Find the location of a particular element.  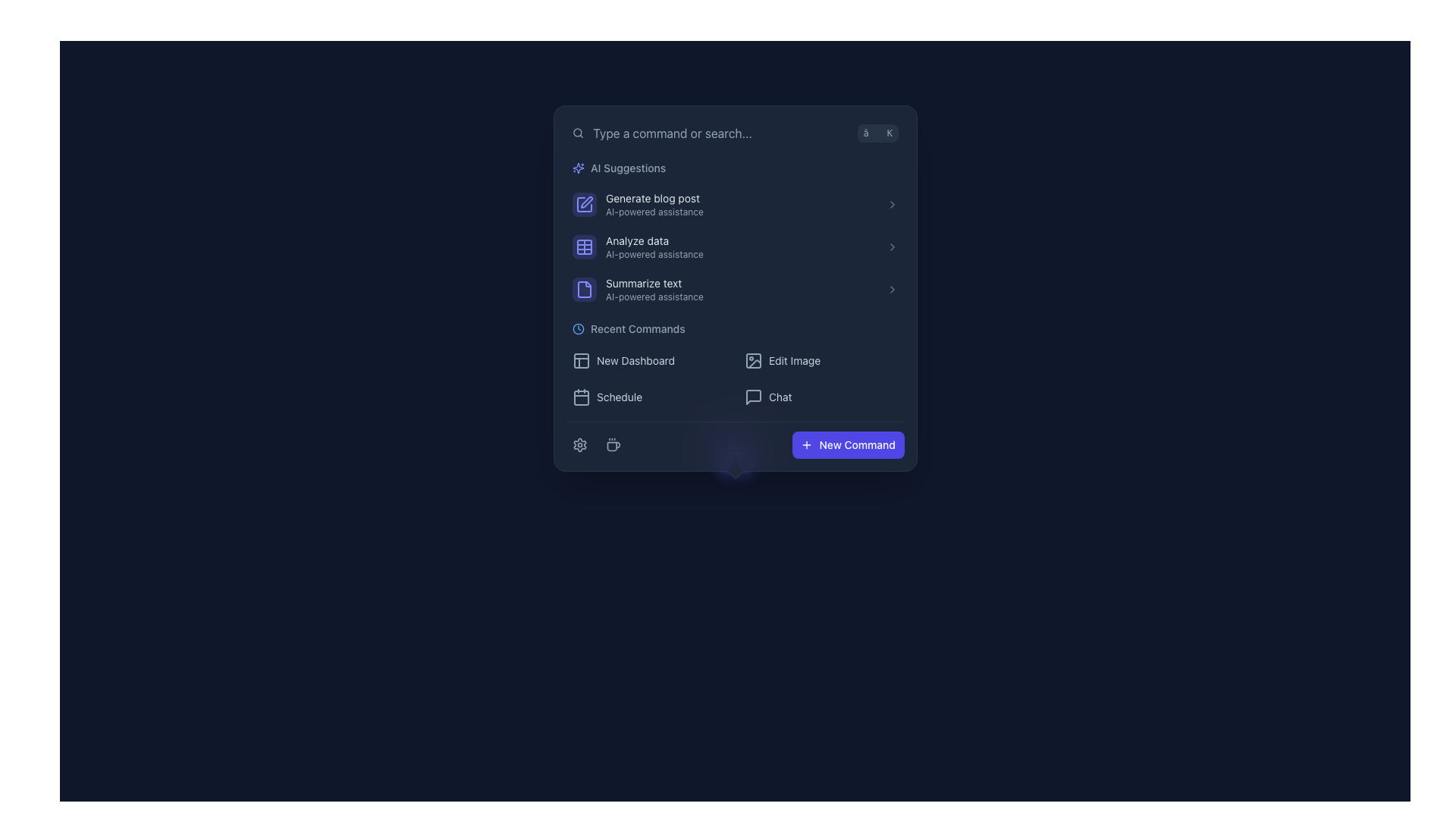

the coffee cup icon with steam lines, which is the second-to-last item in the bottom toolbar of the menu dialog box is located at coordinates (613, 444).